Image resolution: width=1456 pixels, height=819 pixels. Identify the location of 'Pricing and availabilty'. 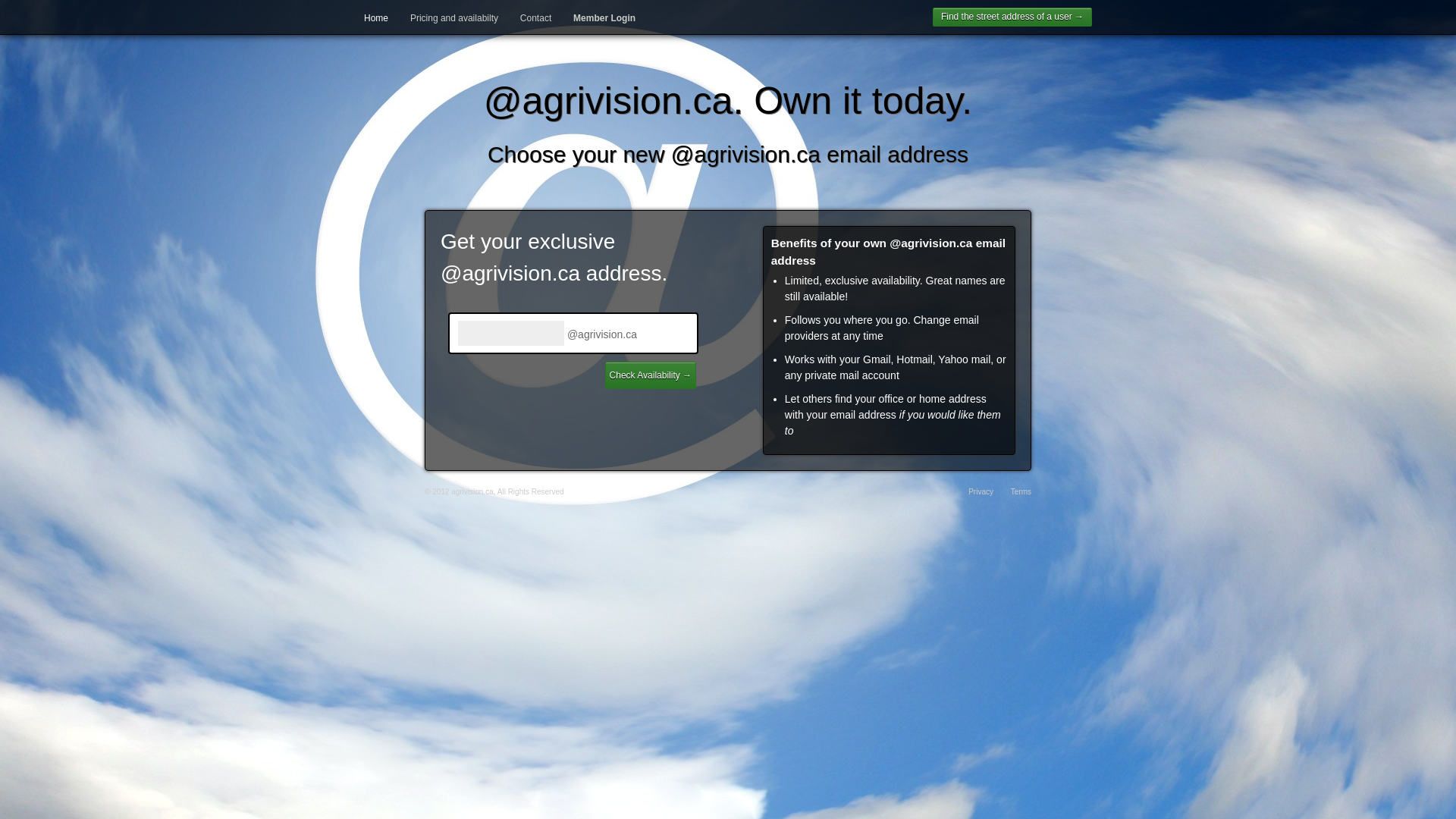
(410, 17).